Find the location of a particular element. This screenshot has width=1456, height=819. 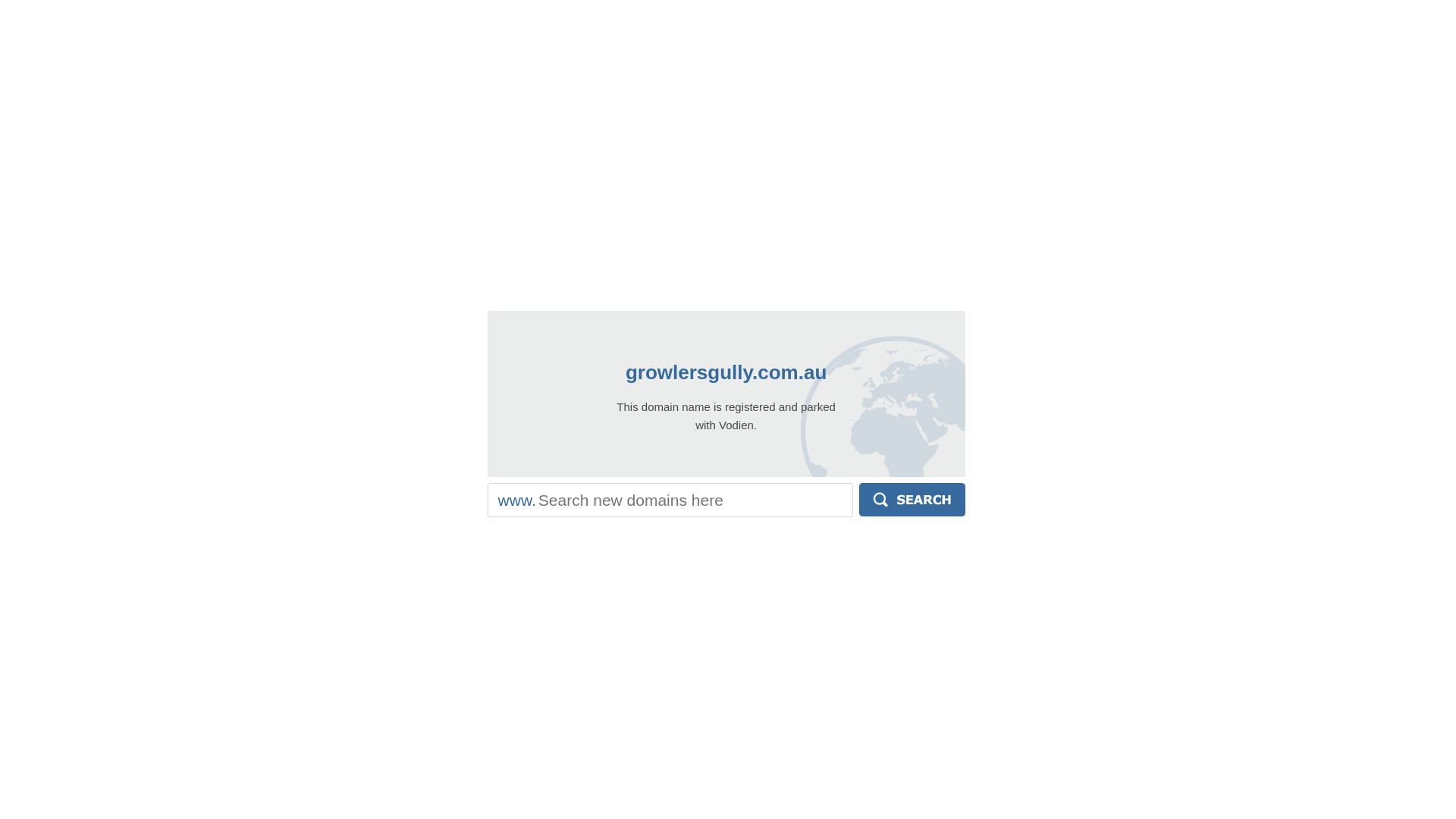

'Search' is located at coordinates (912, 500).